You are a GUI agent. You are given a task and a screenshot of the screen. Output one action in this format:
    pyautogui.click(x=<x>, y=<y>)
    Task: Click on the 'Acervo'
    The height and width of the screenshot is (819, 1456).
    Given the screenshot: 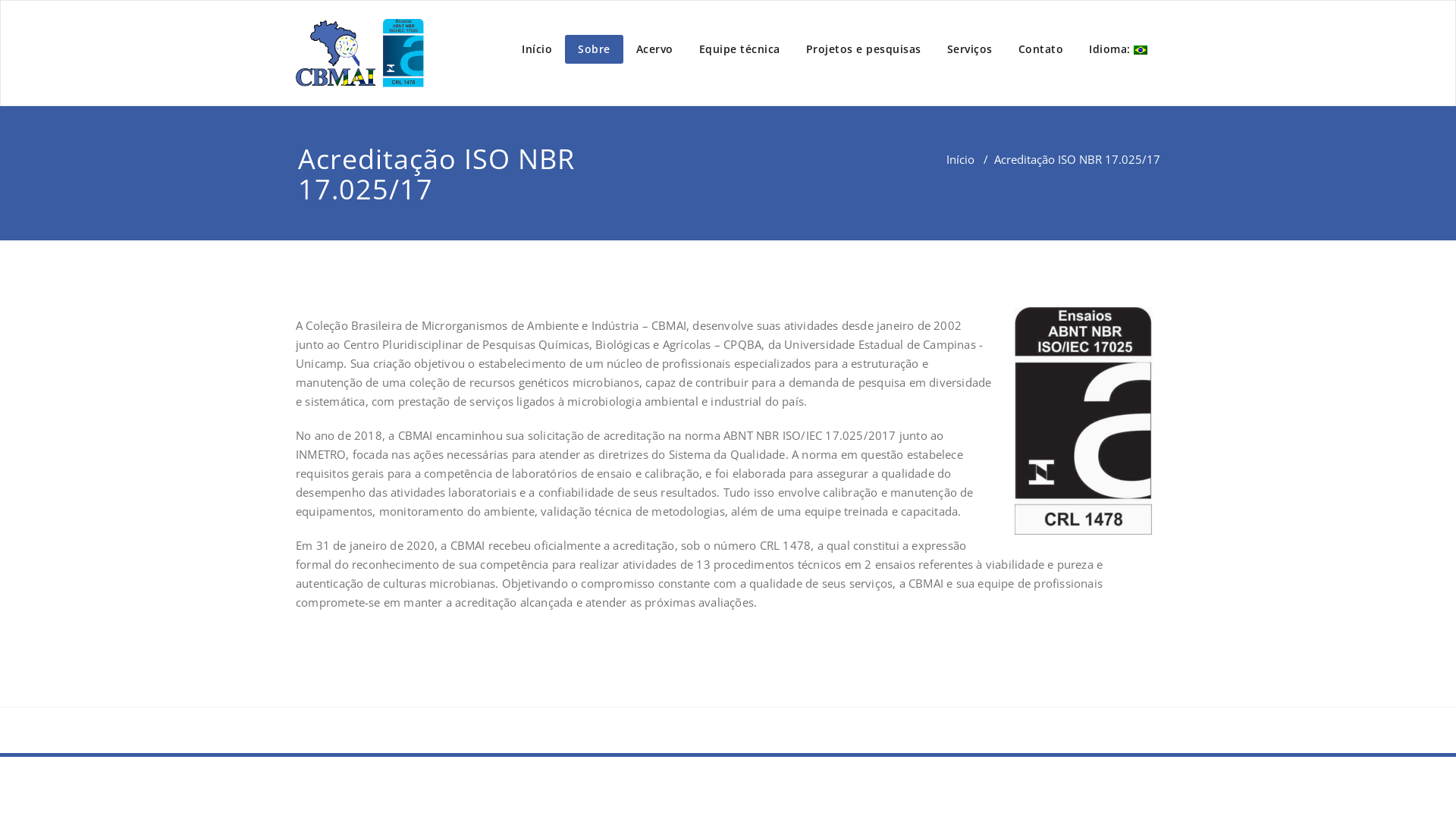 What is the action you would take?
    pyautogui.click(x=654, y=49)
    